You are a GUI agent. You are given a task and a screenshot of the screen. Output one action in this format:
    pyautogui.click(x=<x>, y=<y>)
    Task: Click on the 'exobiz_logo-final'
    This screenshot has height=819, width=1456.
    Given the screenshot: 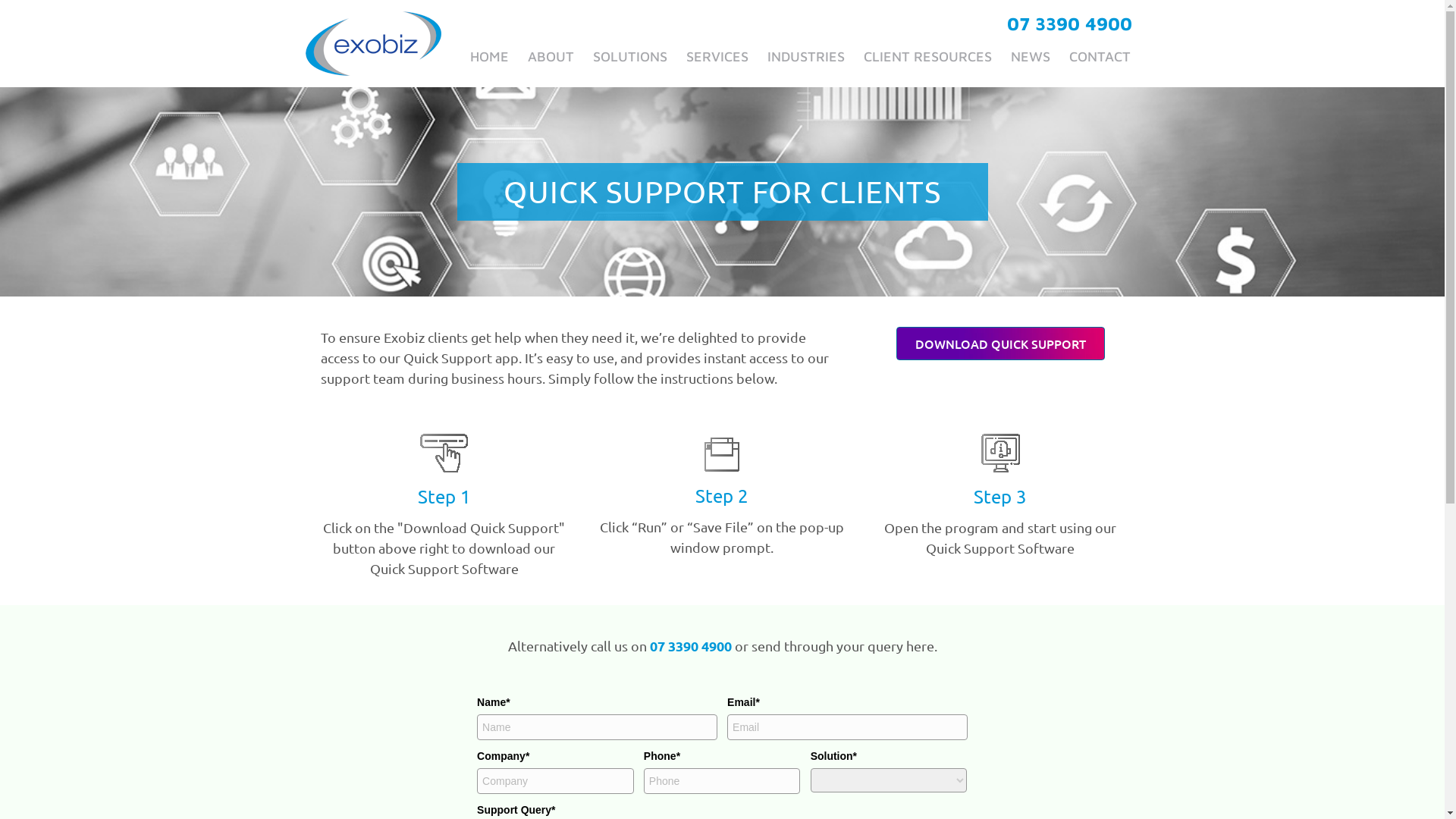 What is the action you would take?
    pyautogui.click(x=372, y=42)
    